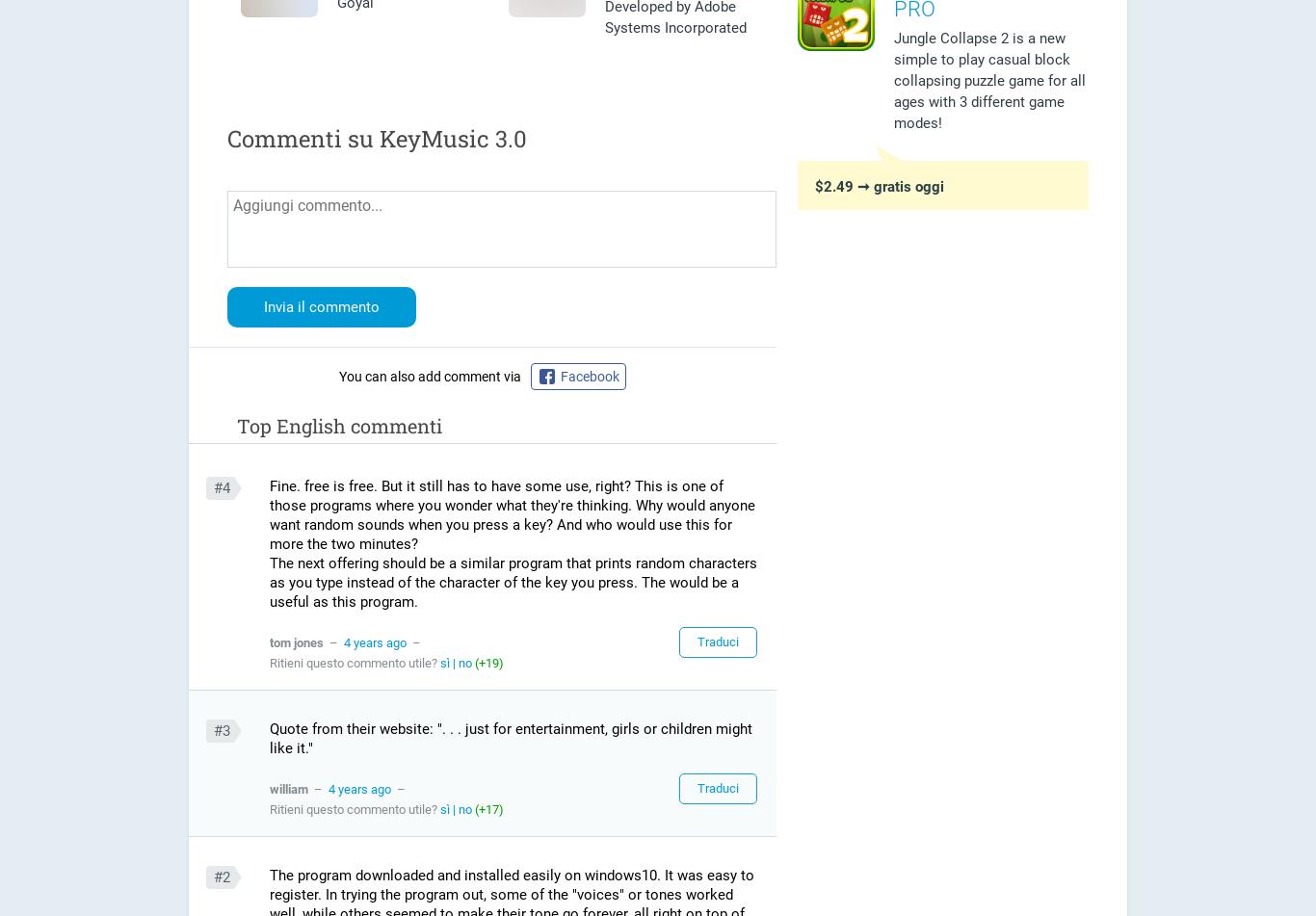 This screenshot has width=1316, height=916. What do you see at coordinates (212, 729) in the screenshot?
I see `'#3'` at bounding box center [212, 729].